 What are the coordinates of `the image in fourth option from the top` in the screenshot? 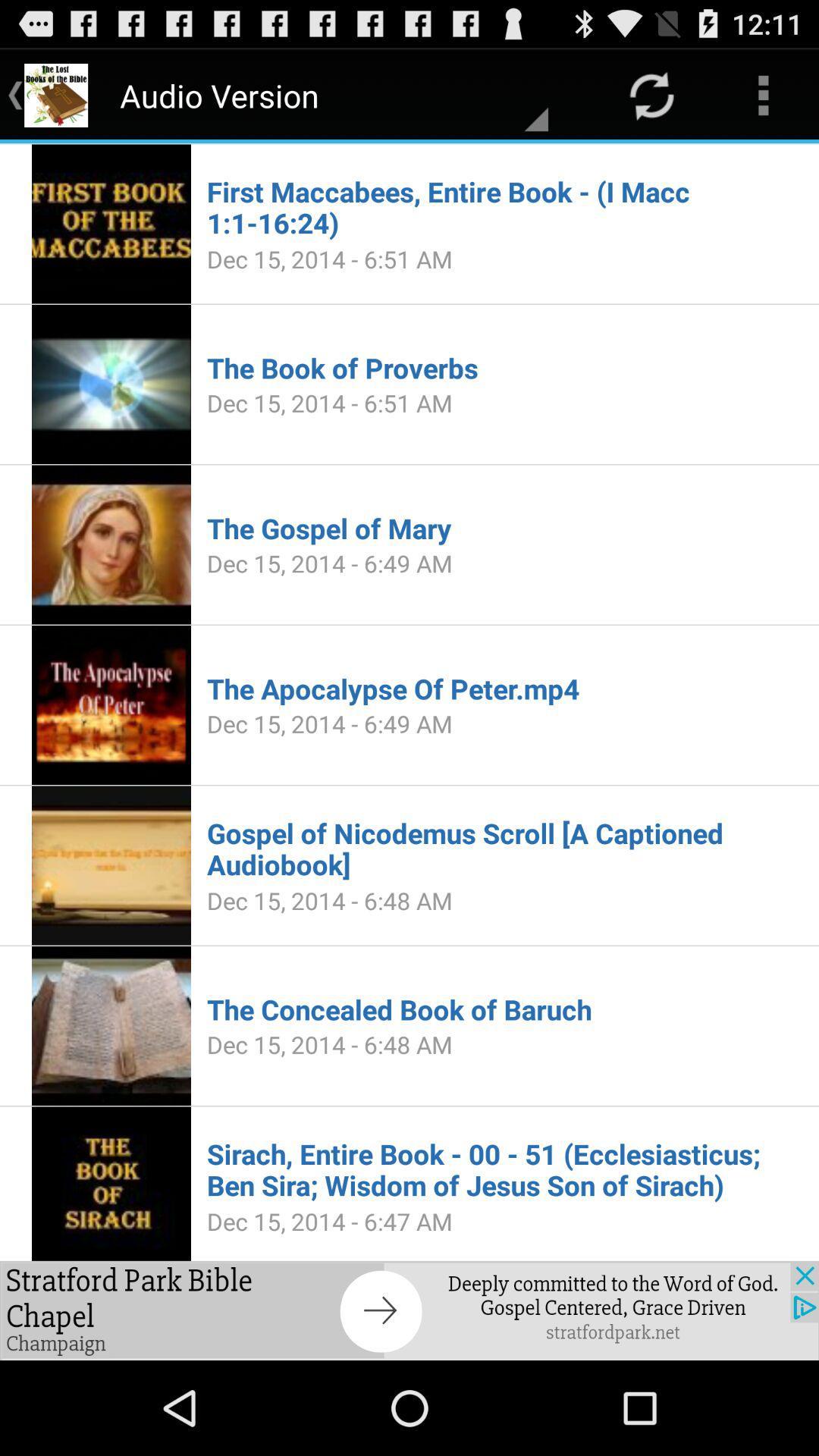 It's located at (110, 704).